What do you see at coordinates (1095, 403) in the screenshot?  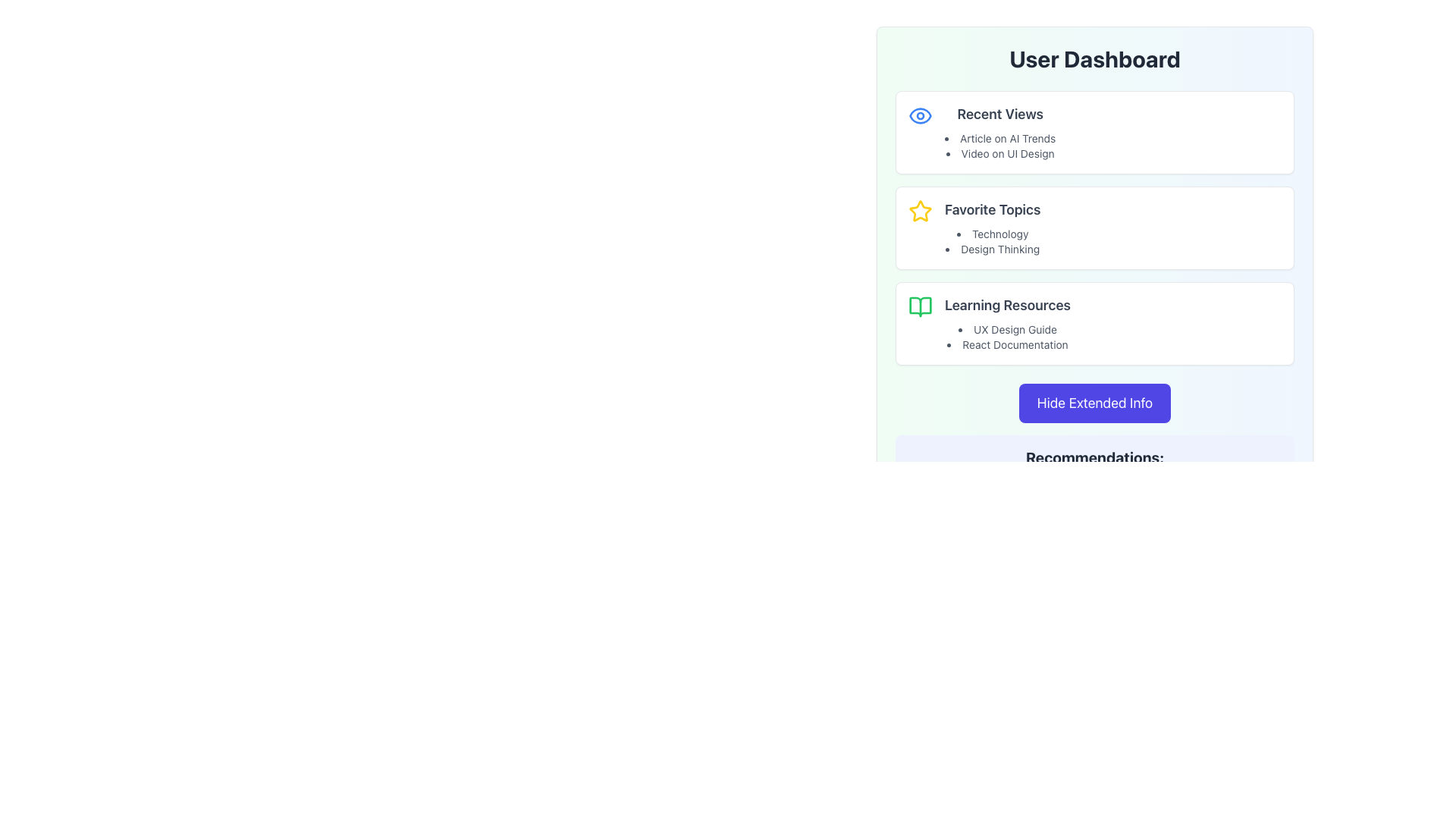 I see `the visibility toggle button located in the 'User Dashboard' panel, positioned just below the 'Learning Resources' section and above the 'Recommendations' section to trigger hover effects` at bounding box center [1095, 403].